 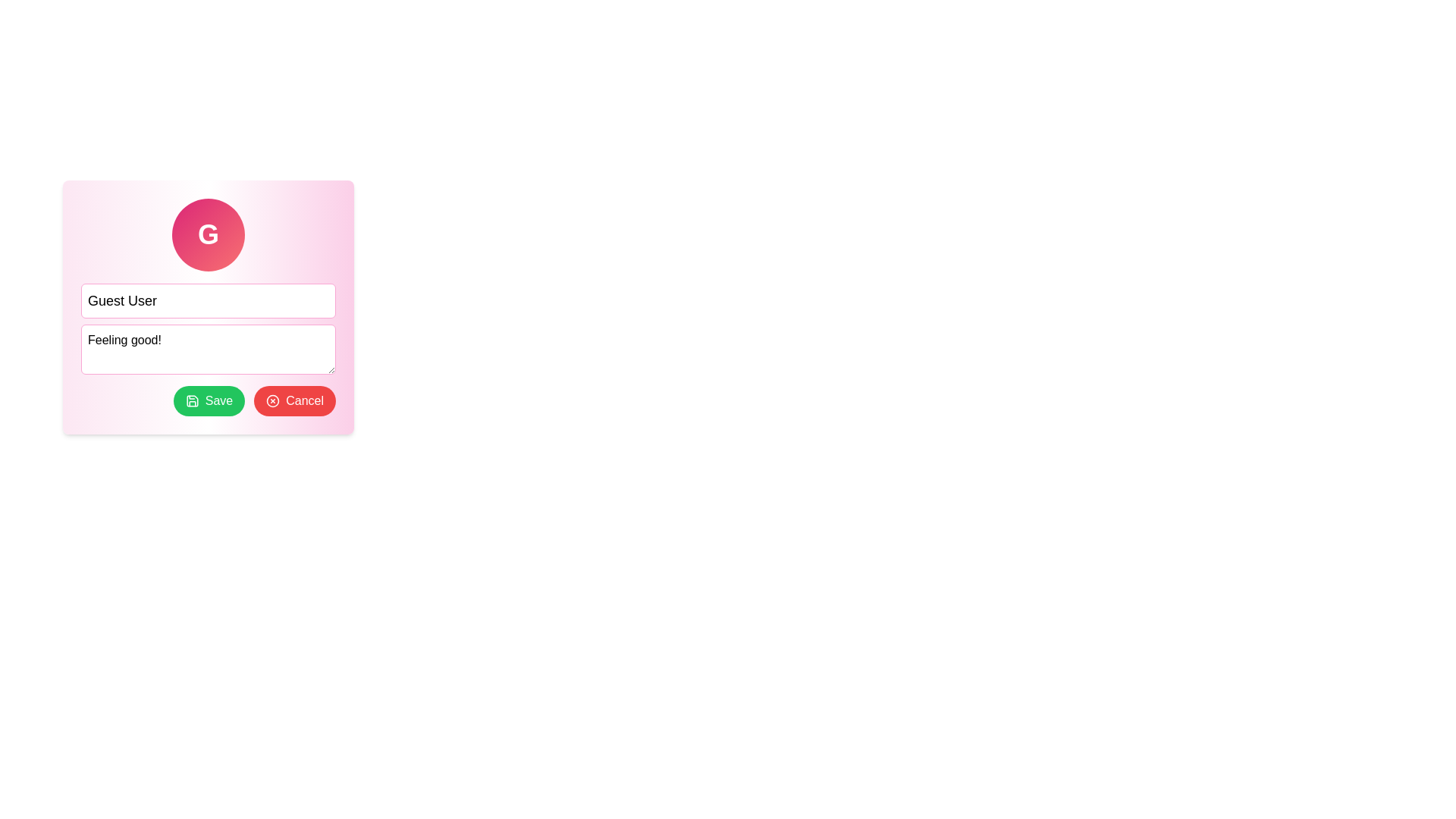 What do you see at coordinates (207, 400) in the screenshot?
I see `the leftmost 'Save' button located below the text input fields in the form interface` at bounding box center [207, 400].